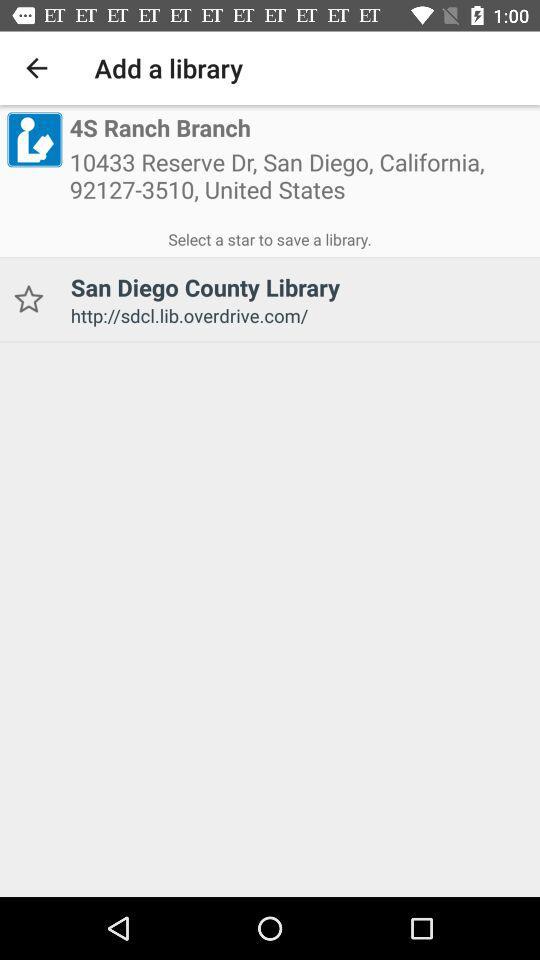 This screenshot has height=960, width=540. What do you see at coordinates (33, 138) in the screenshot?
I see `the item above select a star` at bounding box center [33, 138].